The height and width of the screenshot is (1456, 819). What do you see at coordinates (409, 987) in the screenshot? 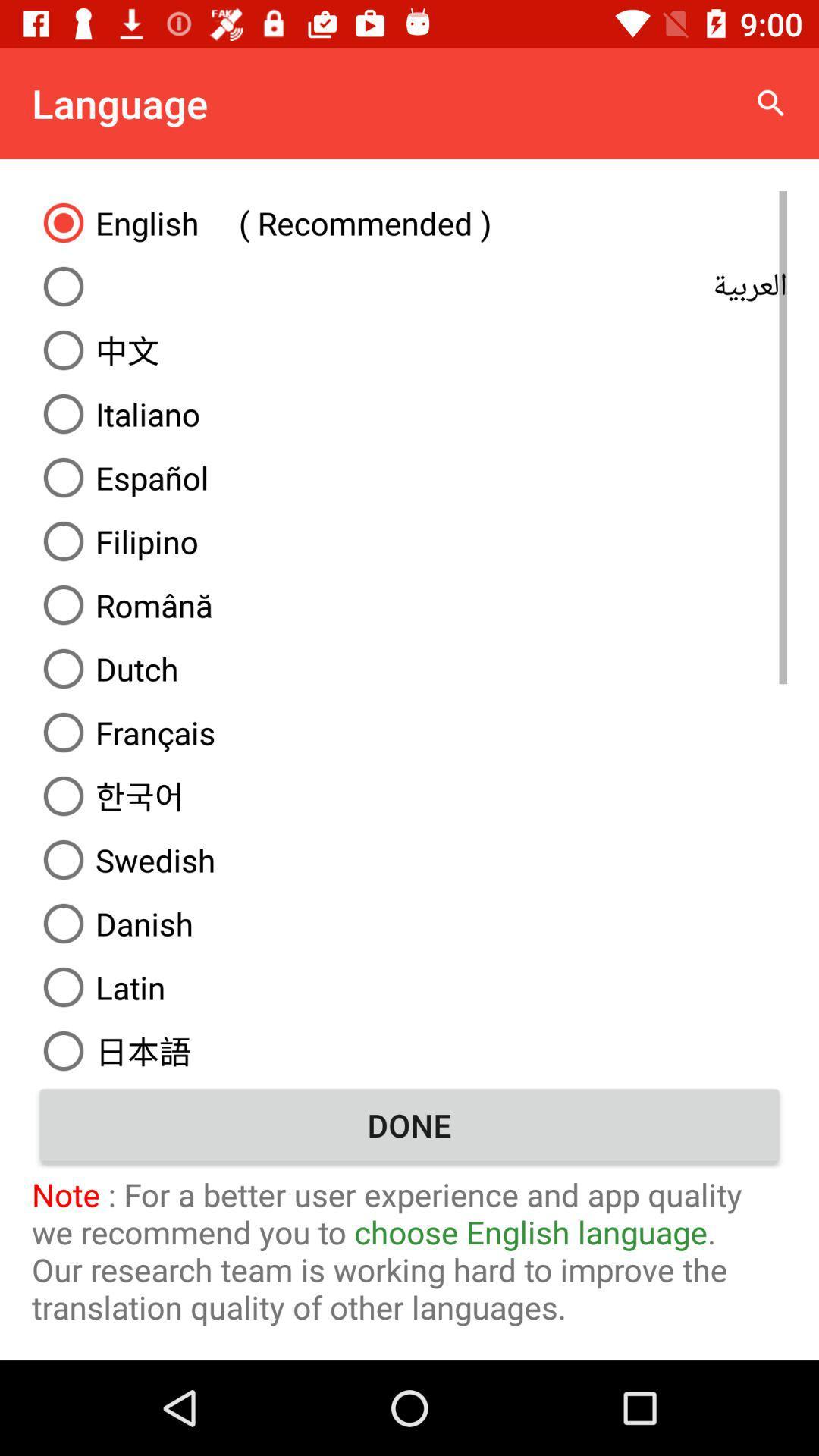
I see `the latin icon` at bounding box center [409, 987].